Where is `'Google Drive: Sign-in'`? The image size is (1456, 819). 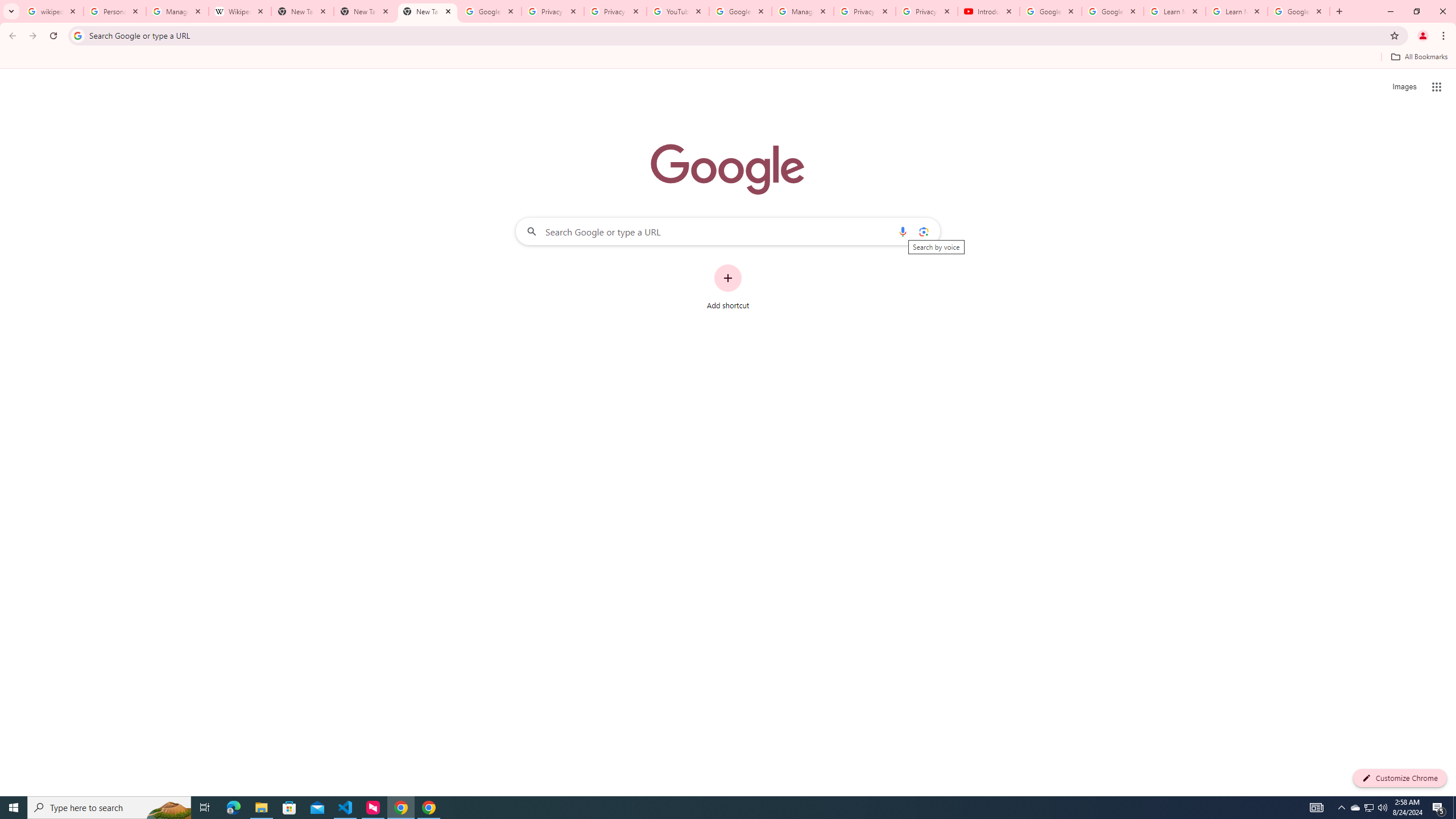
'Google Drive: Sign-in' is located at coordinates (490, 11).